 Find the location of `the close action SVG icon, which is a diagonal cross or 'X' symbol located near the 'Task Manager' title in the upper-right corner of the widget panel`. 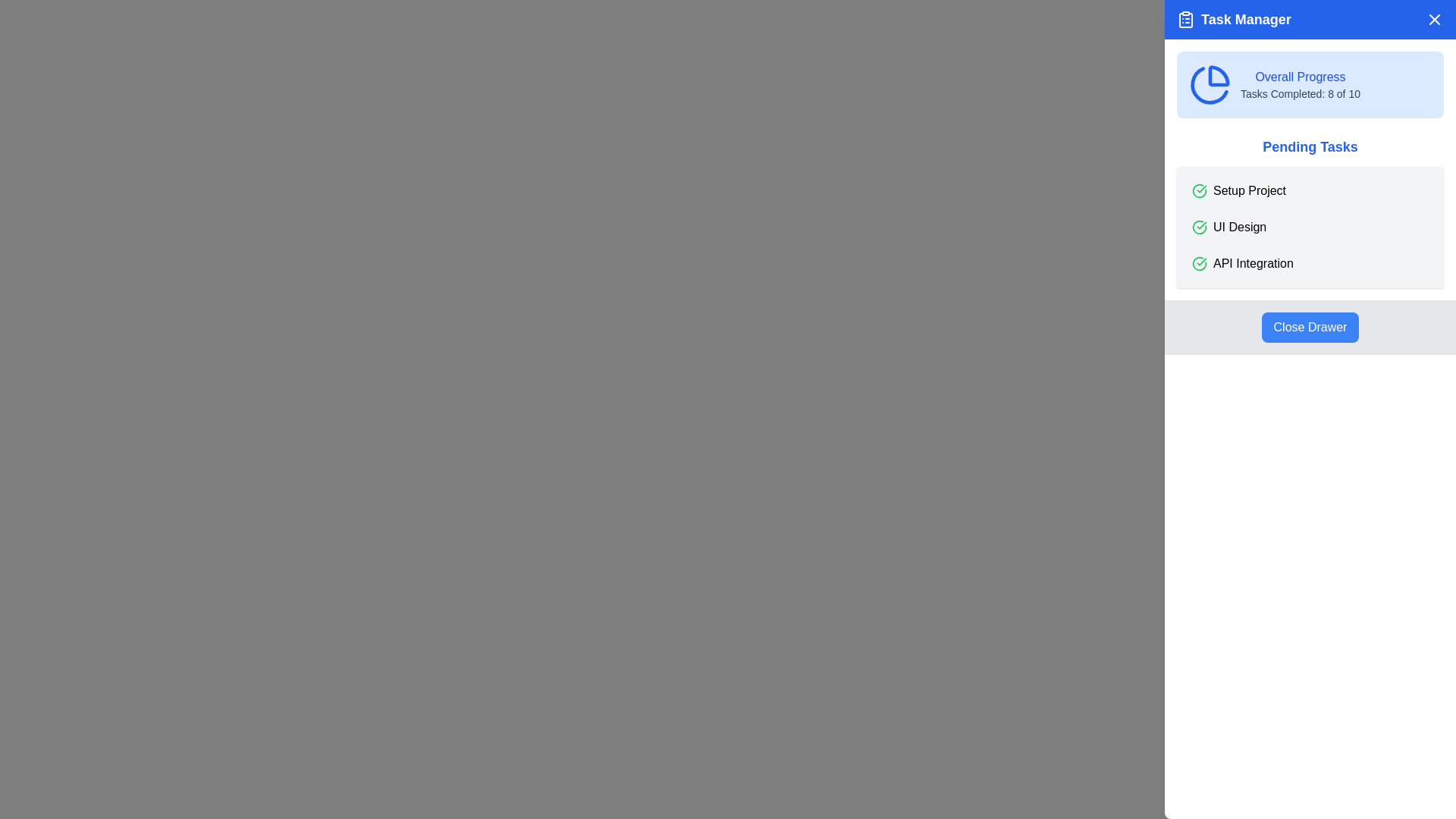

the close action SVG icon, which is a diagonal cross or 'X' symbol located near the 'Task Manager' title in the upper-right corner of the widget panel is located at coordinates (1433, 20).